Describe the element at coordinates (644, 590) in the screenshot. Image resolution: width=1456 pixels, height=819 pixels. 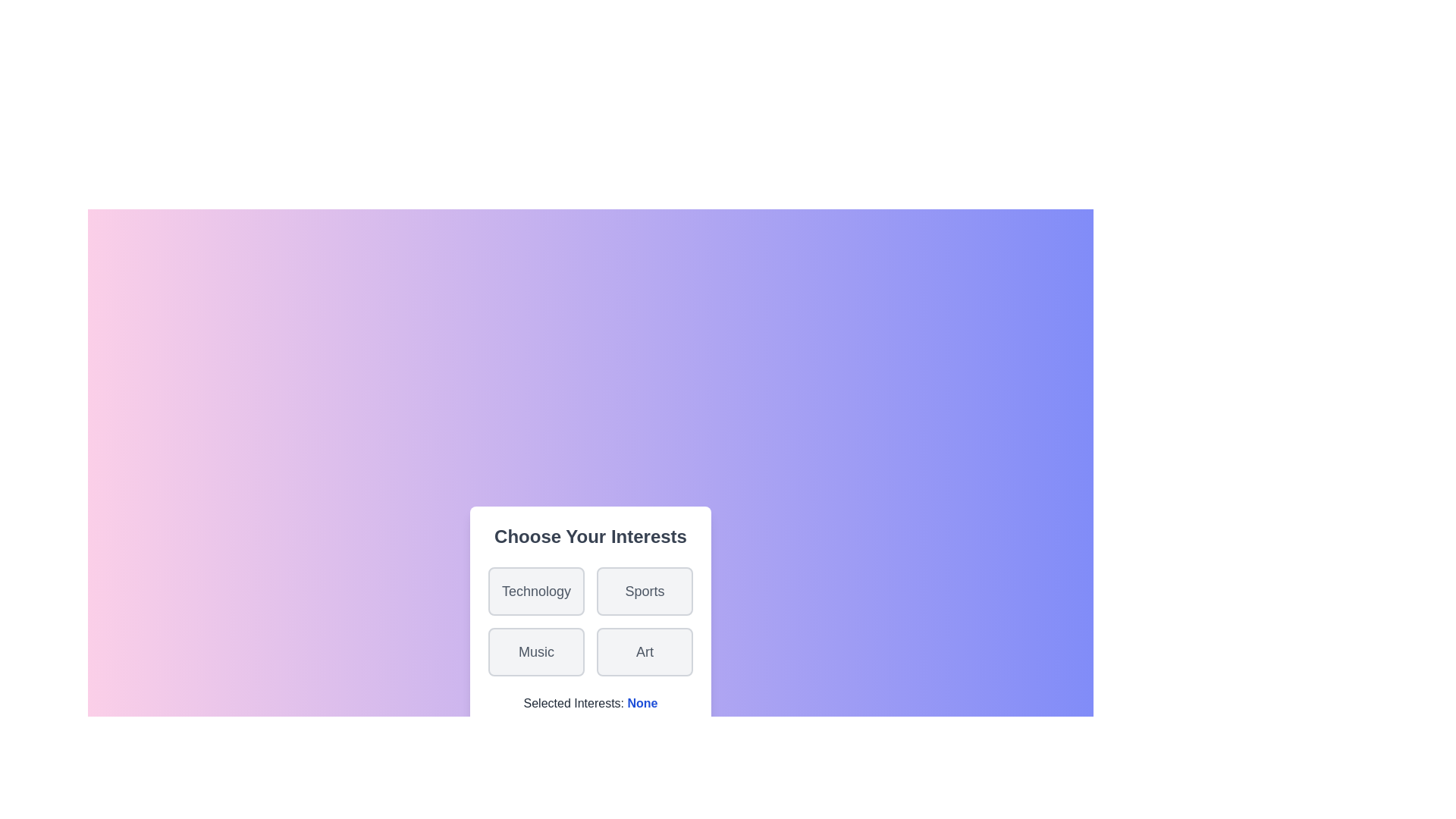
I see `the Sports button` at that location.